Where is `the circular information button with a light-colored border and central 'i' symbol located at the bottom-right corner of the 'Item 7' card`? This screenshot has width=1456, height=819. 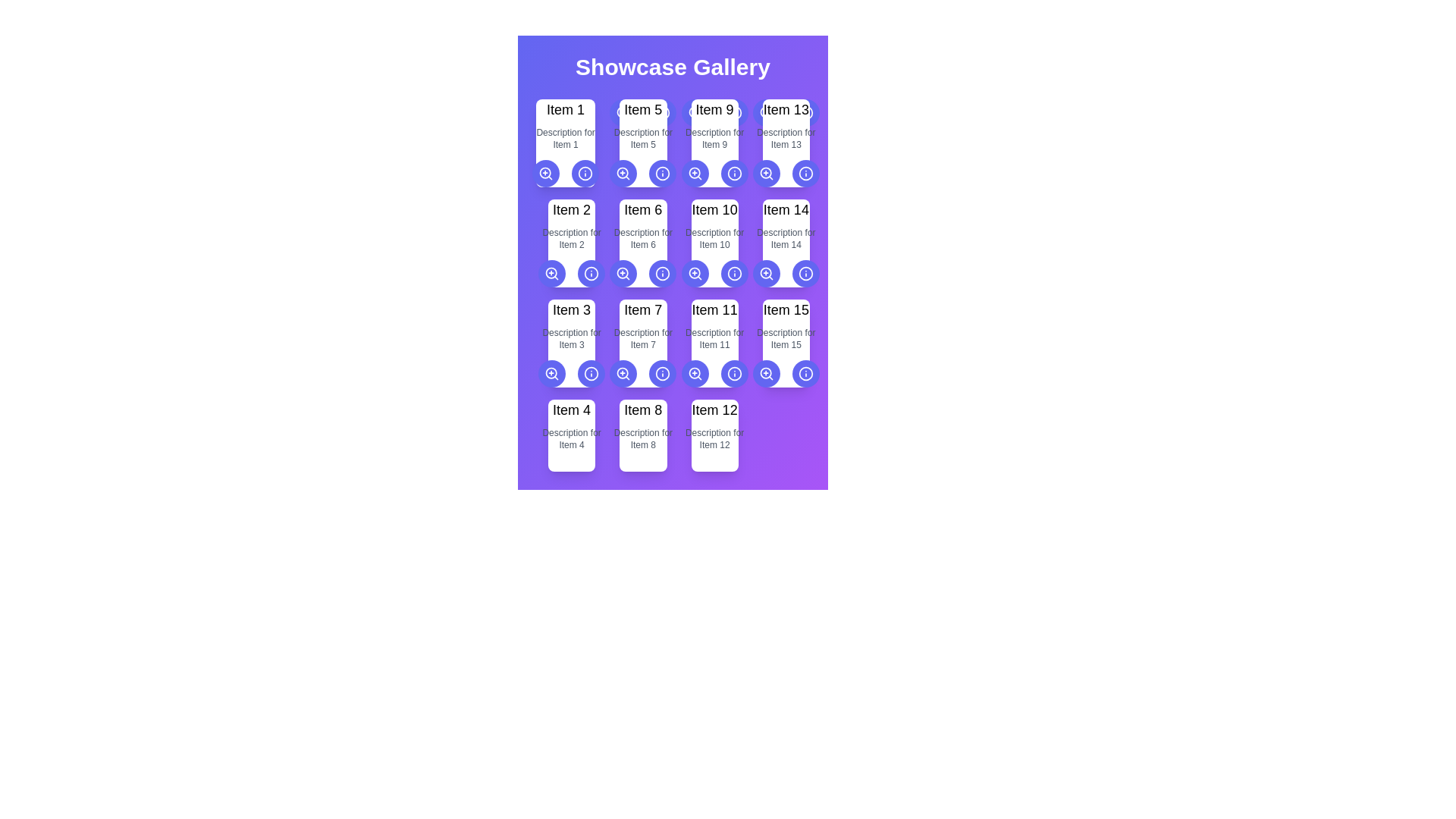 the circular information button with a light-colored border and central 'i' symbol located at the bottom-right corner of the 'Item 7' card is located at coordinates (591, 374).